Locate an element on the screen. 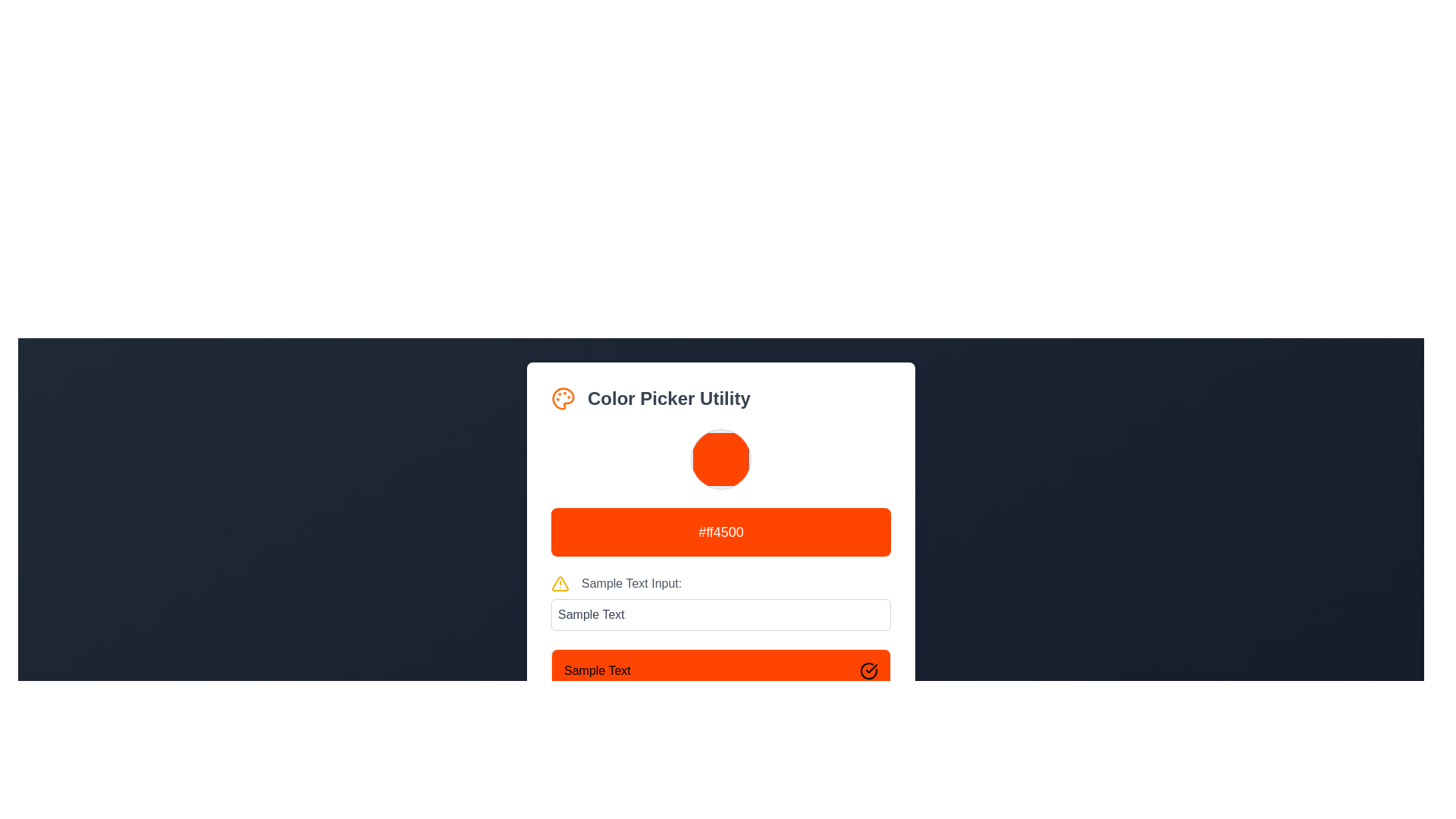  the triangular warning icon with a yellow outline and an exclamation mark located to the left of the text 'Sample Text Input:' is located at coordinates (560, 583).